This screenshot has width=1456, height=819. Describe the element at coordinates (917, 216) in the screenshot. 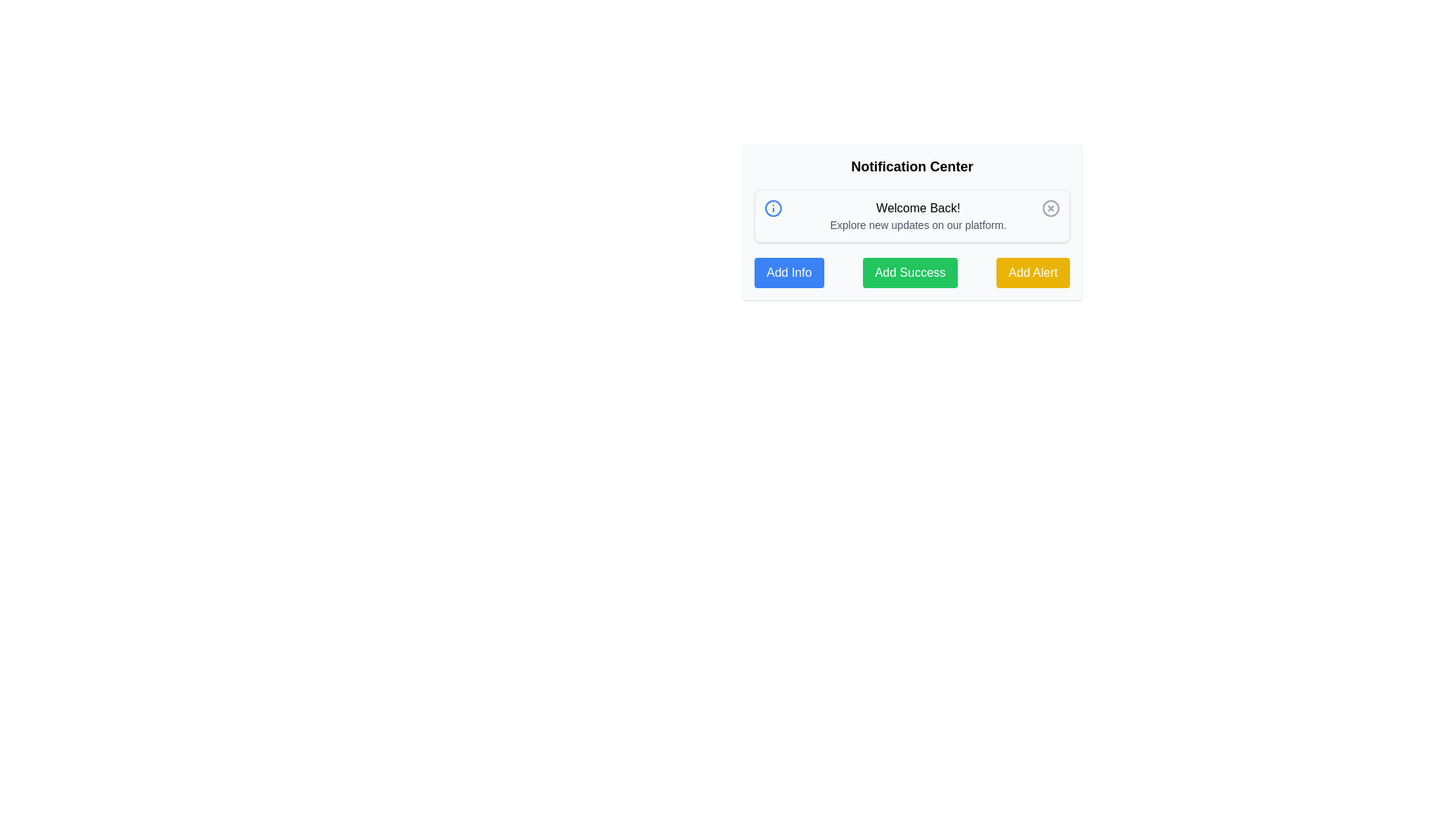

I see `the Text display block which delivers a welcome message and introduces users to updates or changes on the platform` at that location.